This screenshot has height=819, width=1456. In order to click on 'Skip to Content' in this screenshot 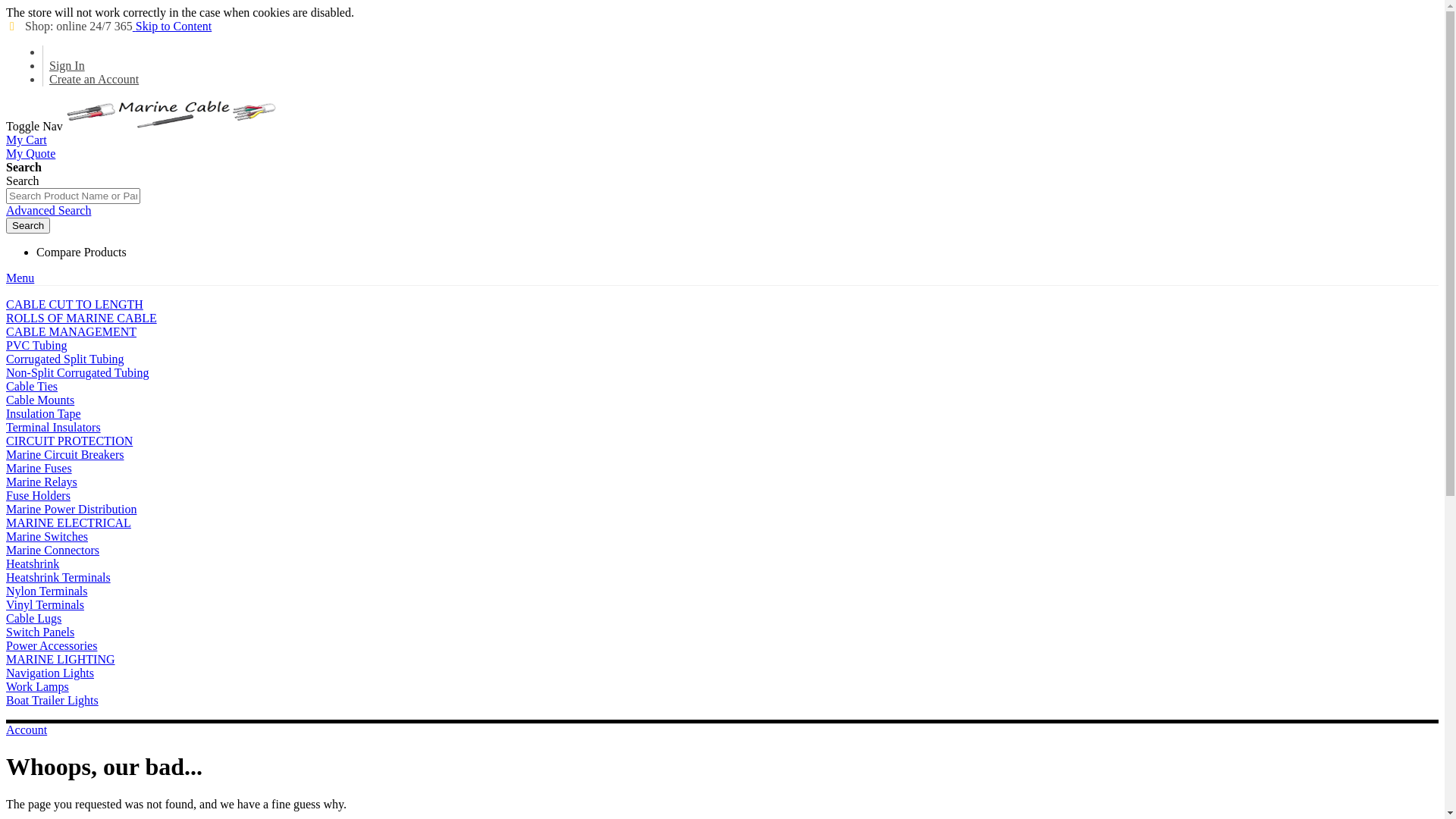, I will do `click(171, 26)`.